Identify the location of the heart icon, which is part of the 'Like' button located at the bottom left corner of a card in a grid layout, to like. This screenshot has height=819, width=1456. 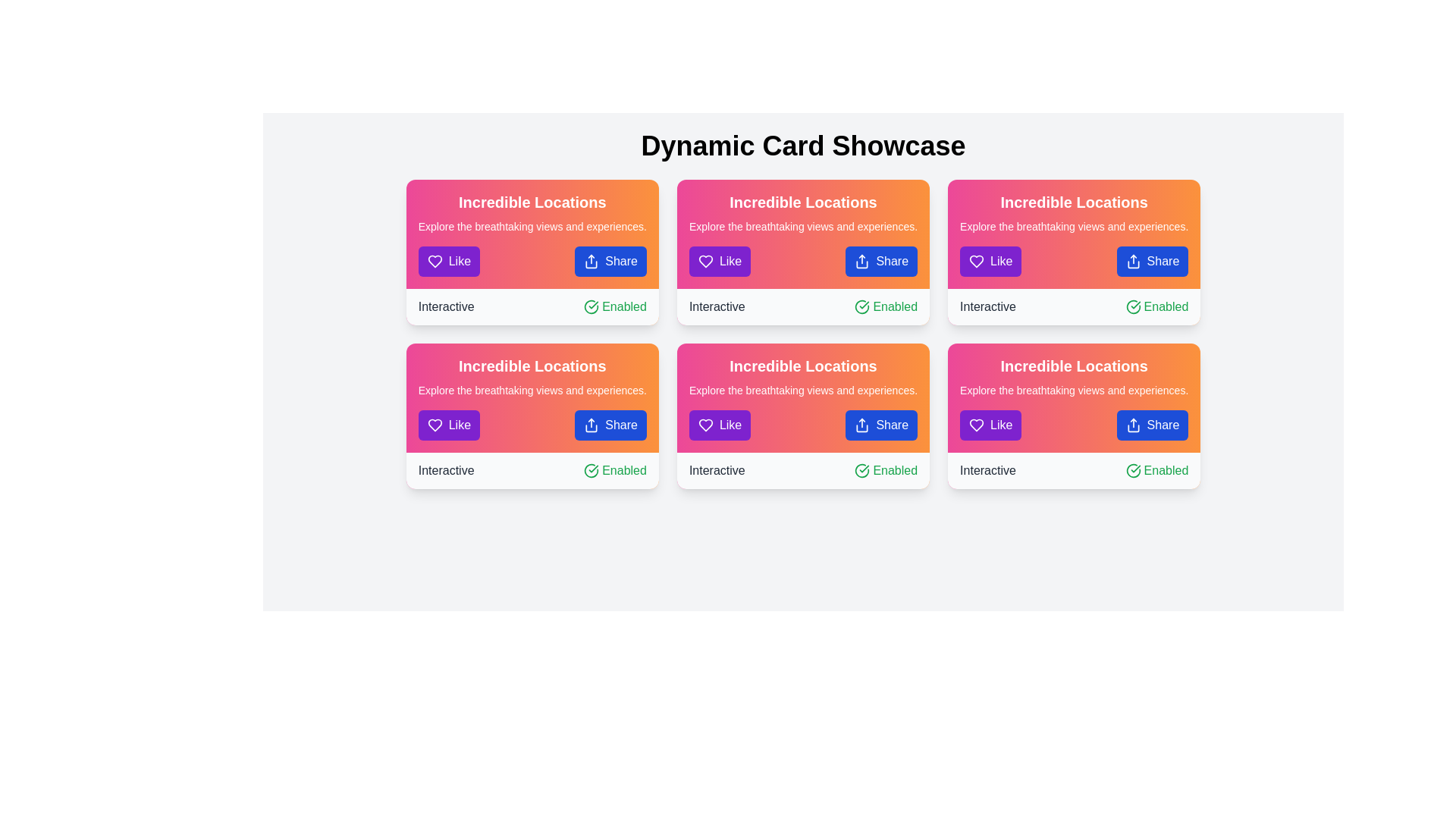
(977, 425).